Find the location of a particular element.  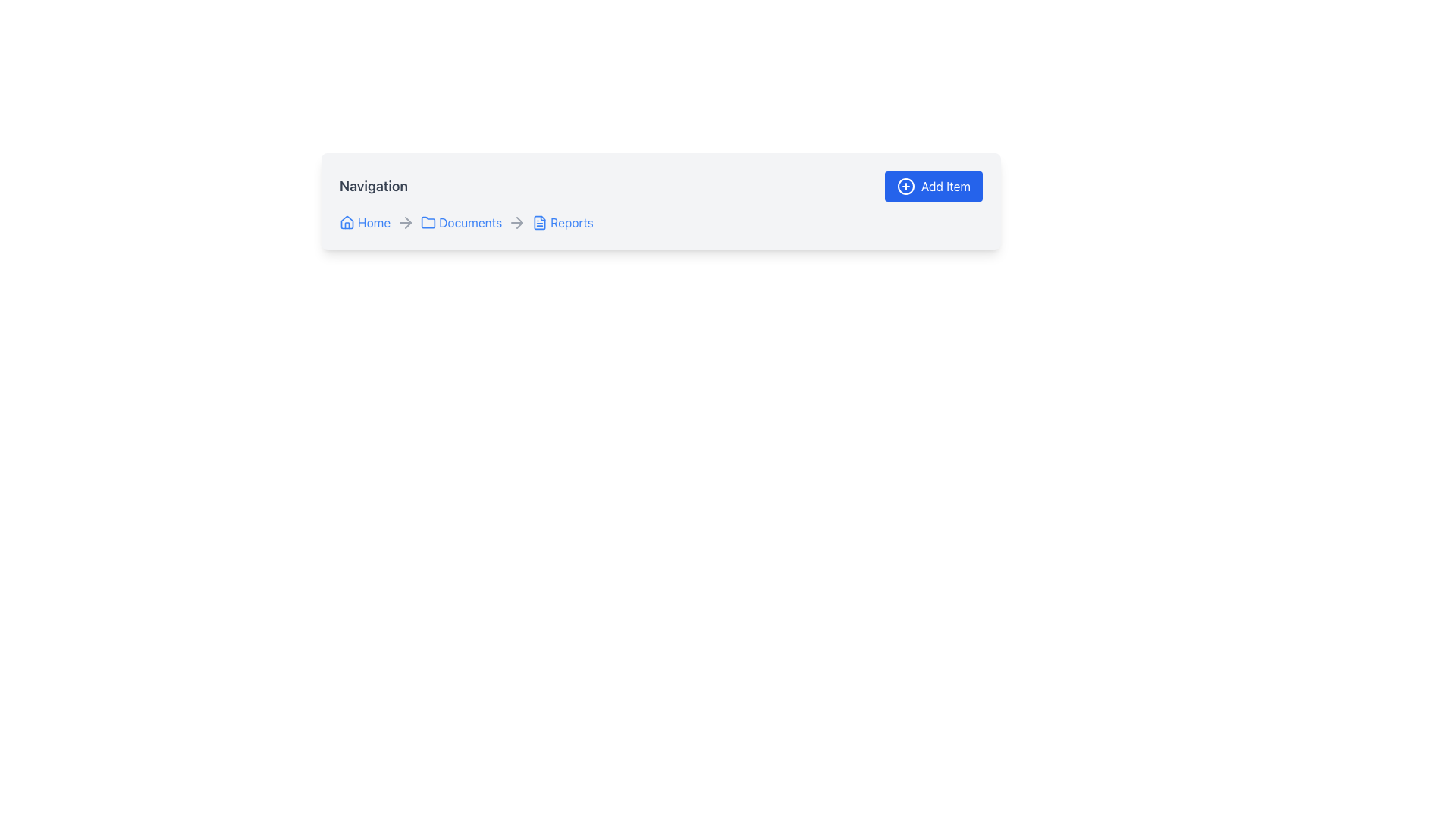

the navigation link for 'Documents' in the breadcrumb trail, which is located between the 'Home' link and 'Reports' link is located at coordinates (469, 222).